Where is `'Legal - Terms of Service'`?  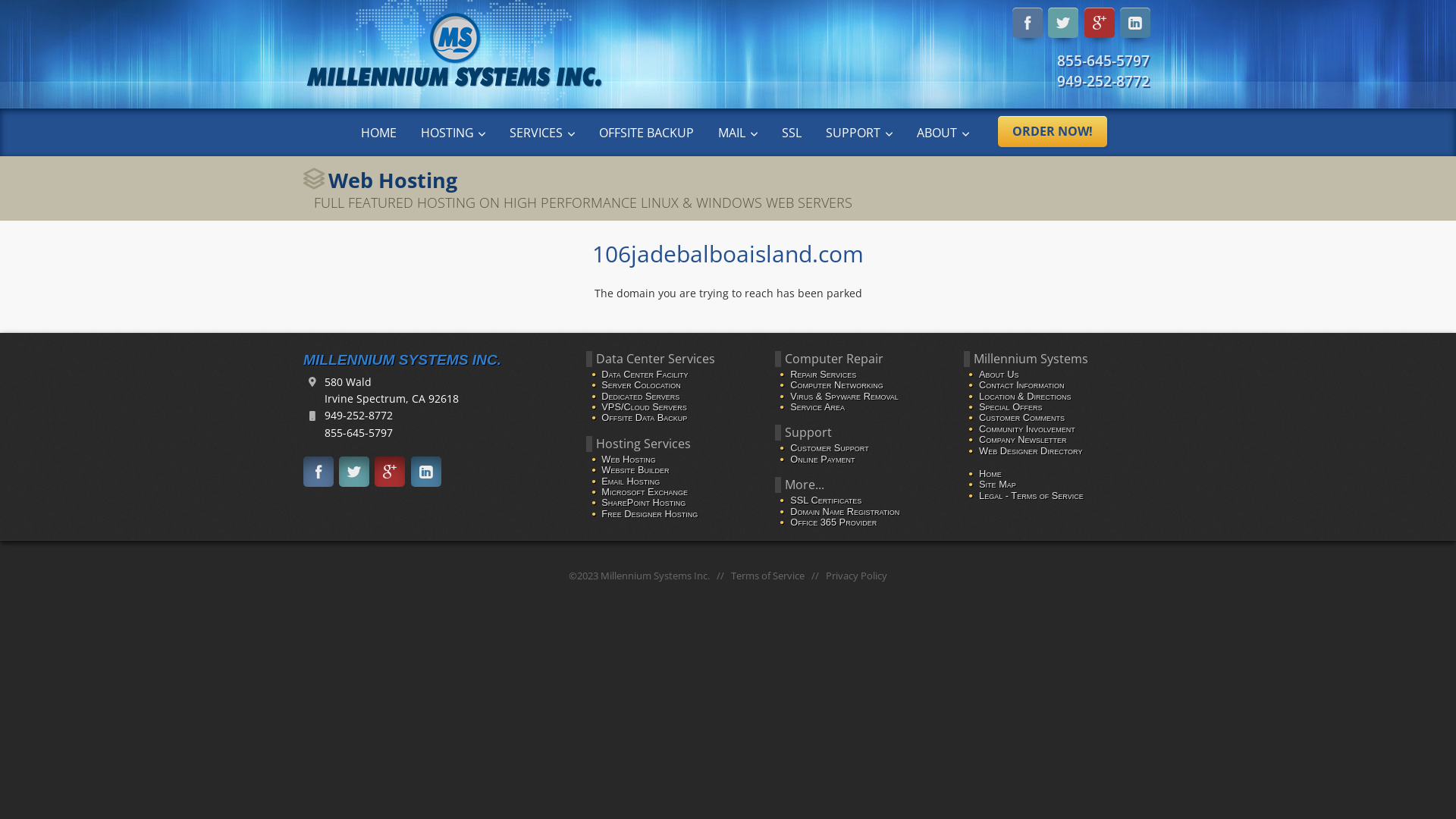 'Legal - Terms of Service' is located at coordinates (1031, 495).